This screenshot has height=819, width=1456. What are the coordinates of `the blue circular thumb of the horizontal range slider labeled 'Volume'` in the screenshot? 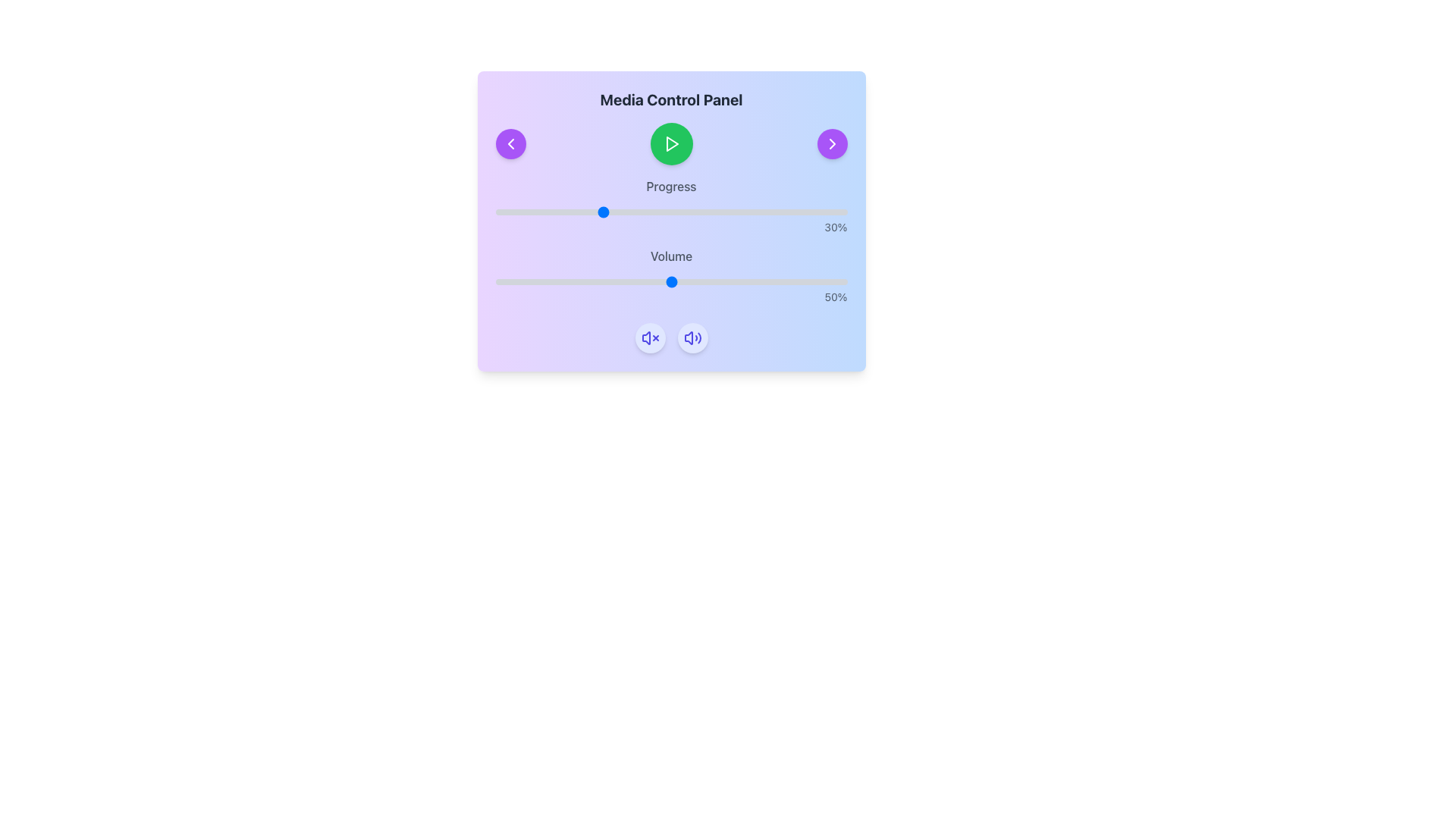 It's located at (670, 281).